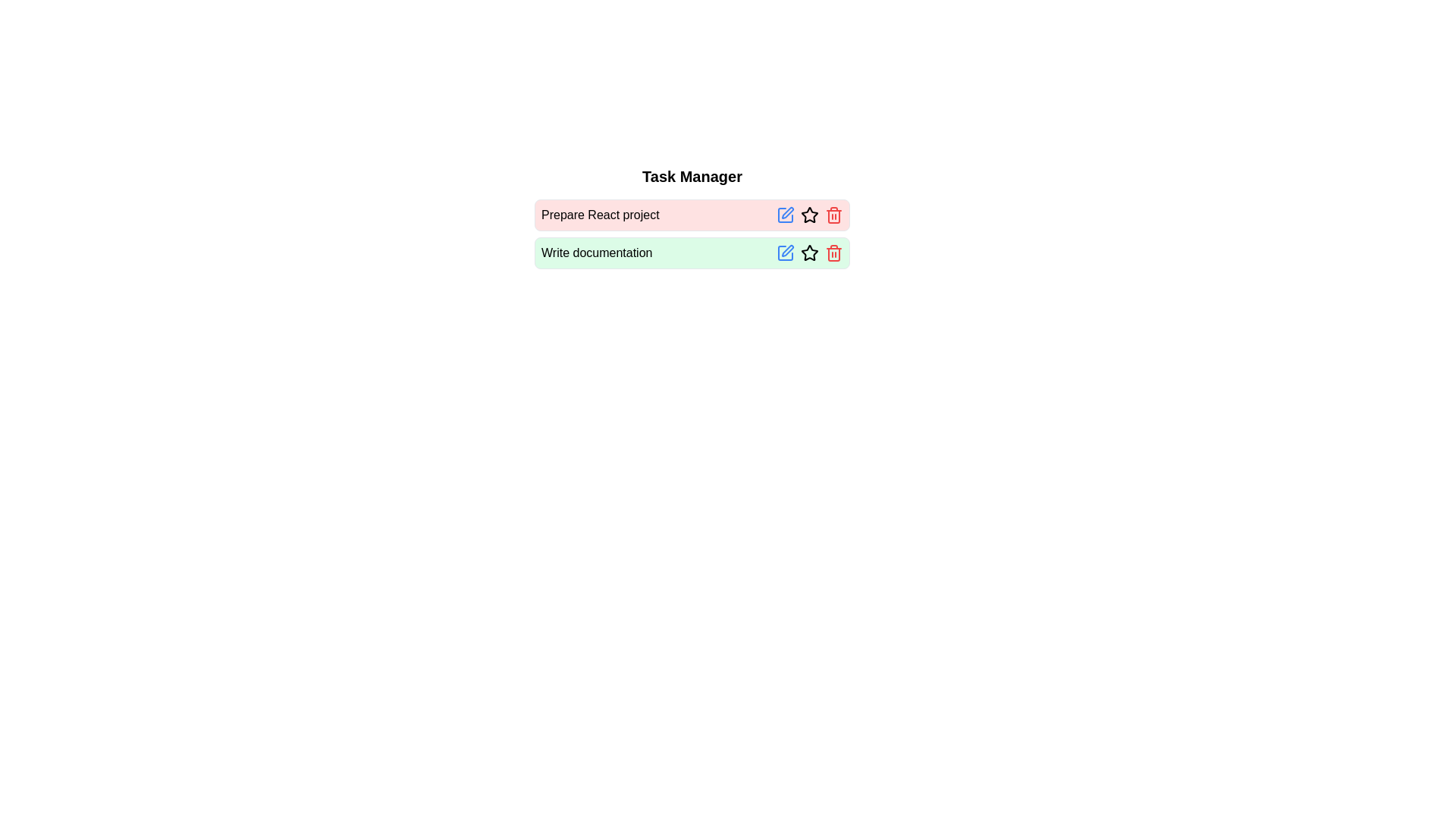  Describe the element at coordinates (833, 253) in the screenshot. I see `the red trash can icon-button, which is the third icon in the action buttons for the 'Write documentation' task, to potentially see a tooltip describing its function` at that location.